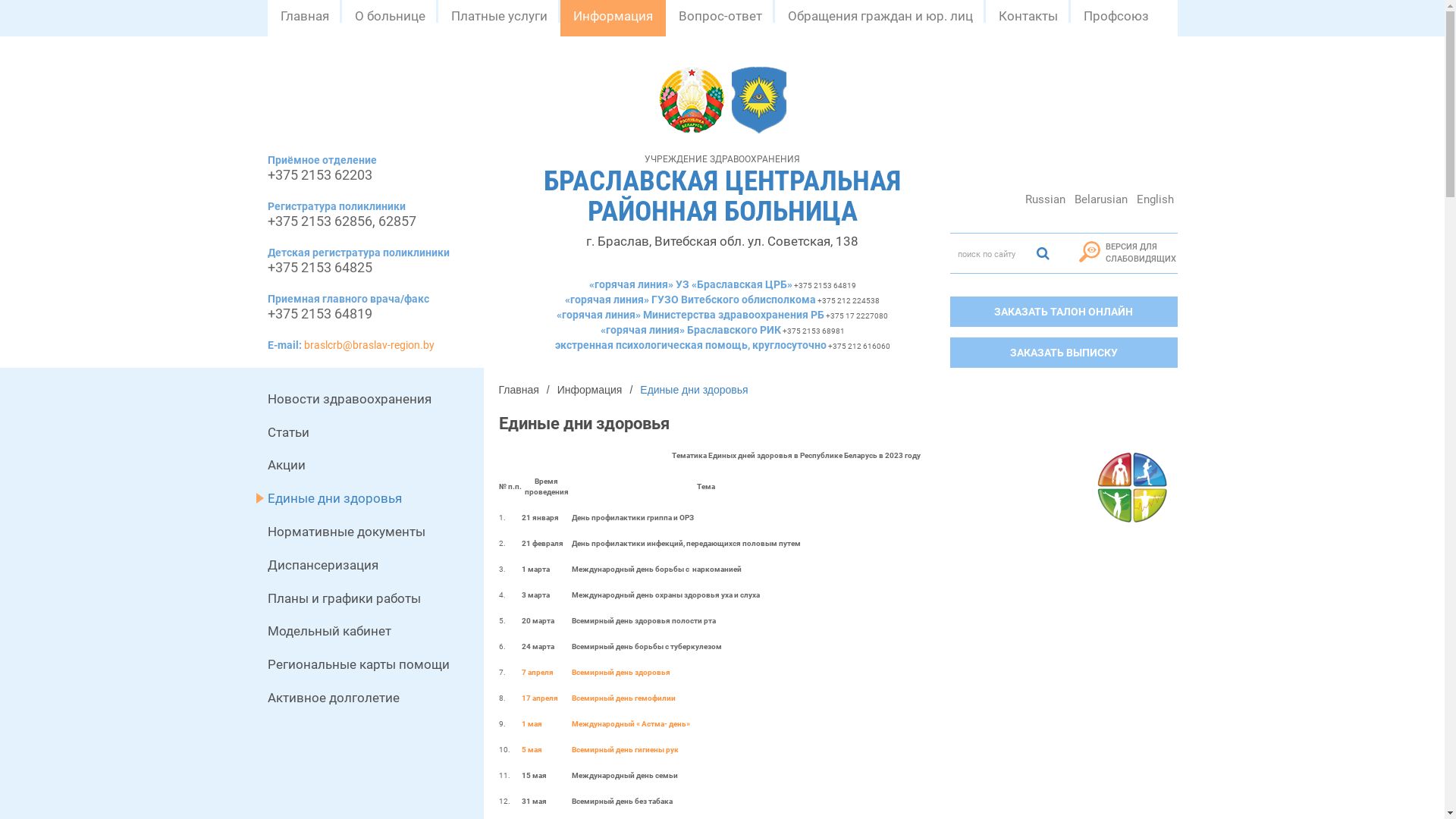 This screenshot has width=1456, height=819. What do you see at coordinates (1043, 198) in the screenshot?
I see `'Russian'` at bounding box center [1043, 198].